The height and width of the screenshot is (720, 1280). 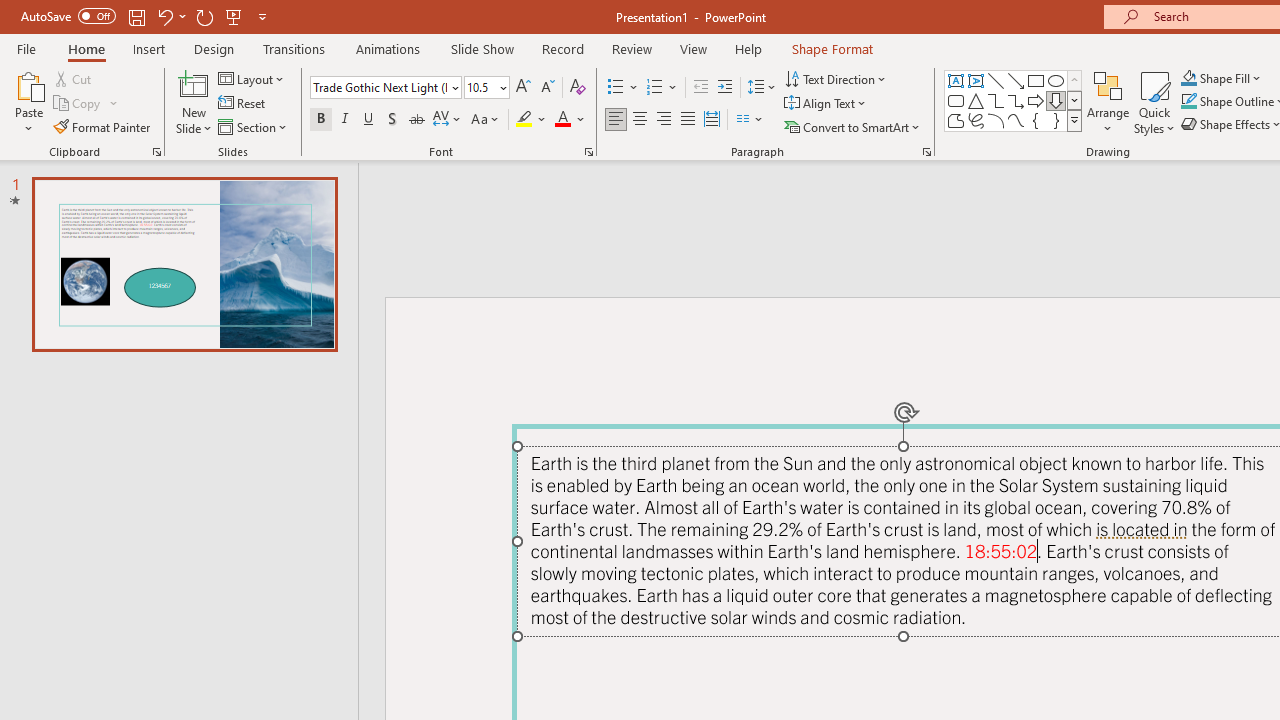 I want to click on 'Arrange', so click(x=1107, y=103).